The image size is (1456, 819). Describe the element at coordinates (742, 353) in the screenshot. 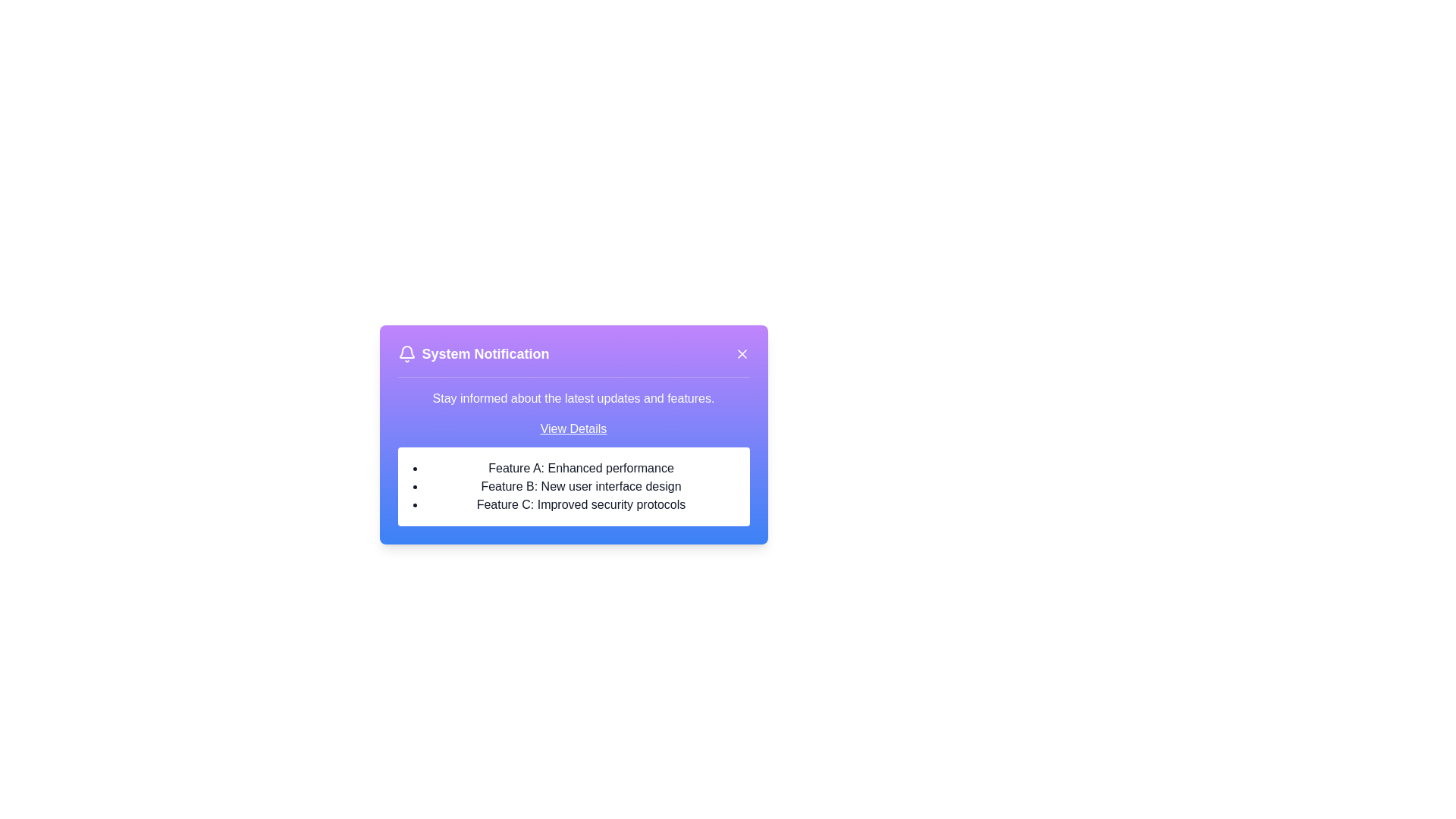

I see `the close button in the top-right corner of the notification` at that location.